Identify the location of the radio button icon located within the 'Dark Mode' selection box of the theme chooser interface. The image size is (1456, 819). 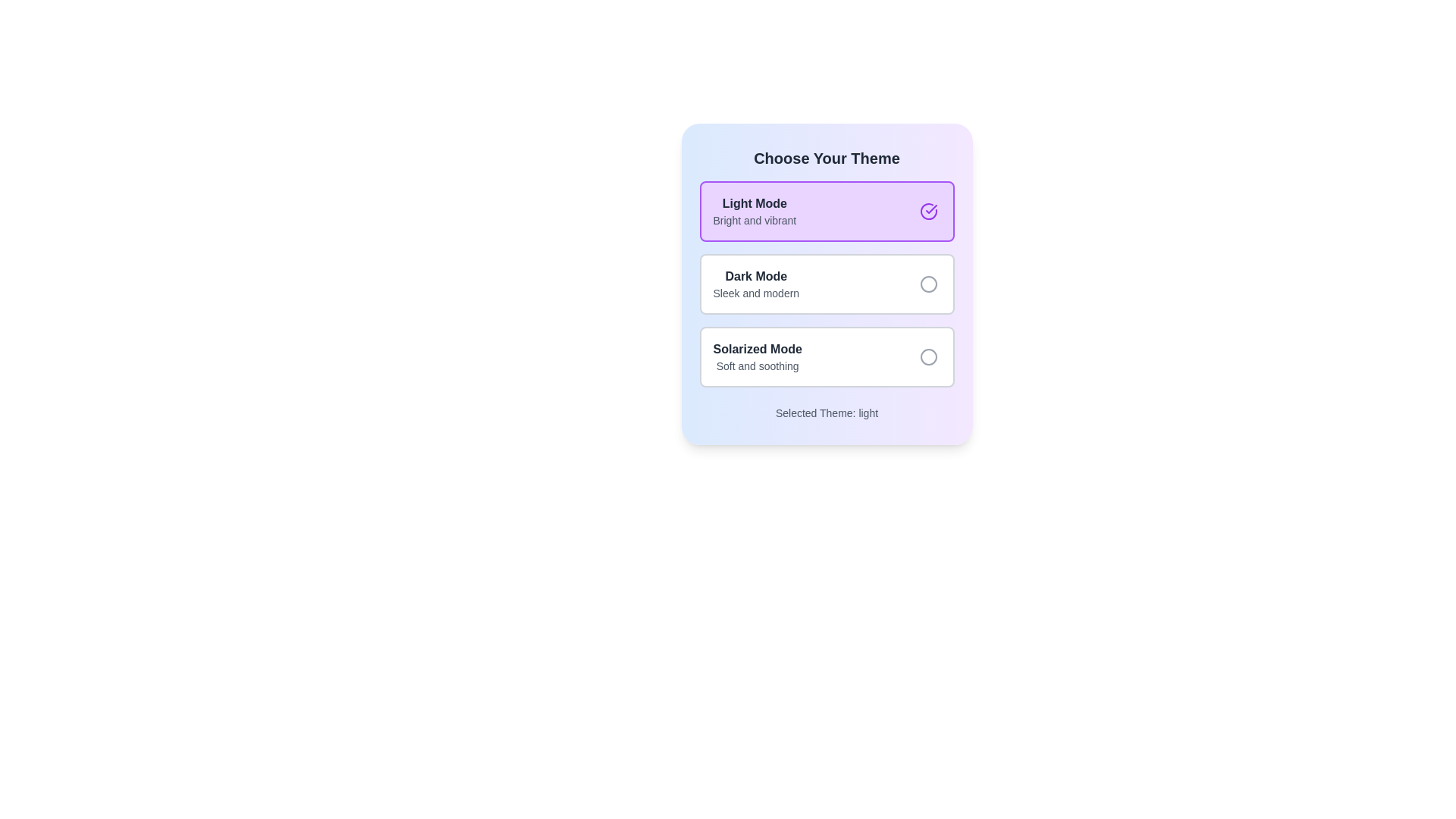
(927, 284).